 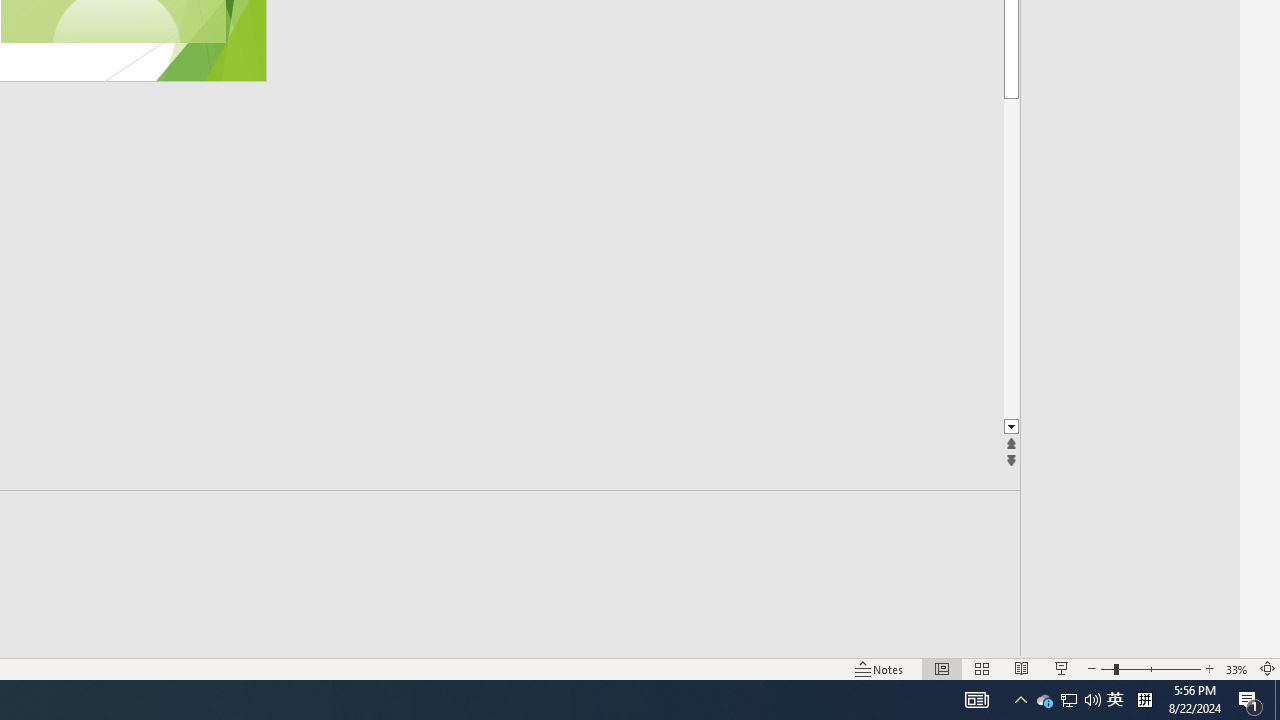 I want to click on 'Zoom 33%', so click(x=1236, y=669).